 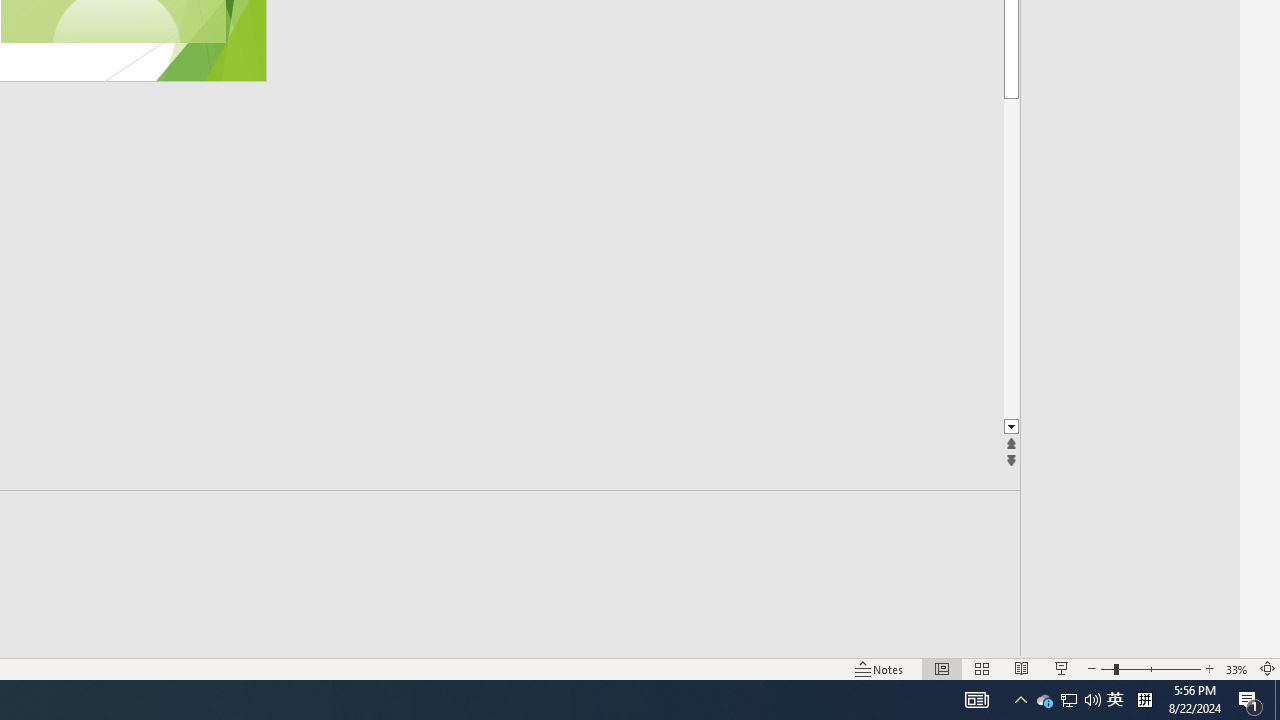 I want to click on 'Zoom 33%', so click(x=1236, y=669).